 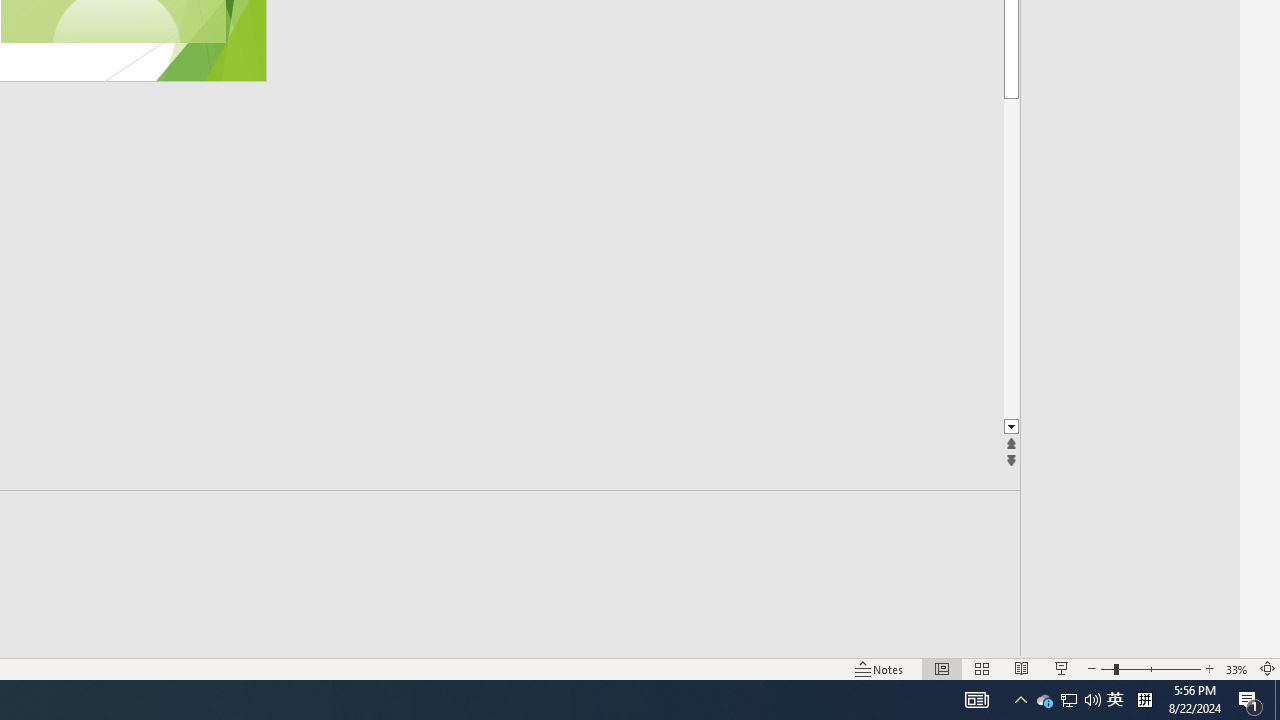 I want to click on 'Zoom 33%', so click(x=1236, y=669).